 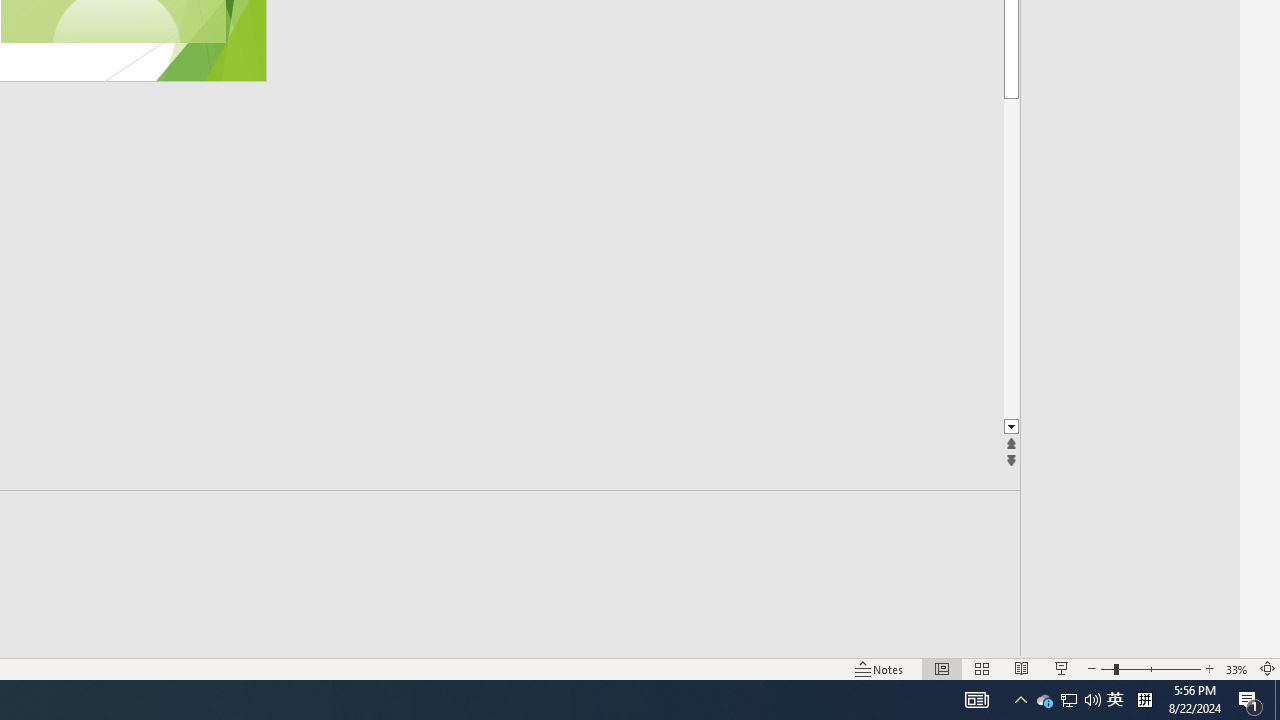 I want to click on 'Zoom 33%', so click(x=1236, y=669).